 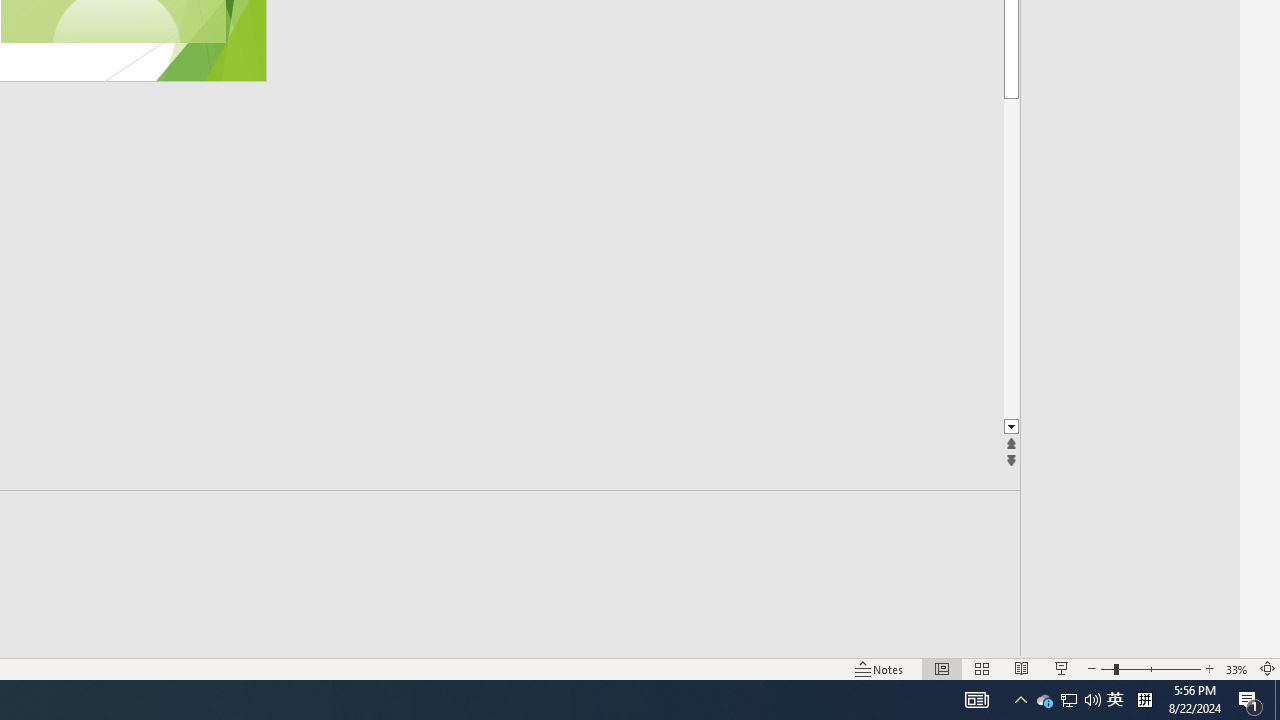 I want to click on 'Zoom 33%', so click(x=1236, y=669).